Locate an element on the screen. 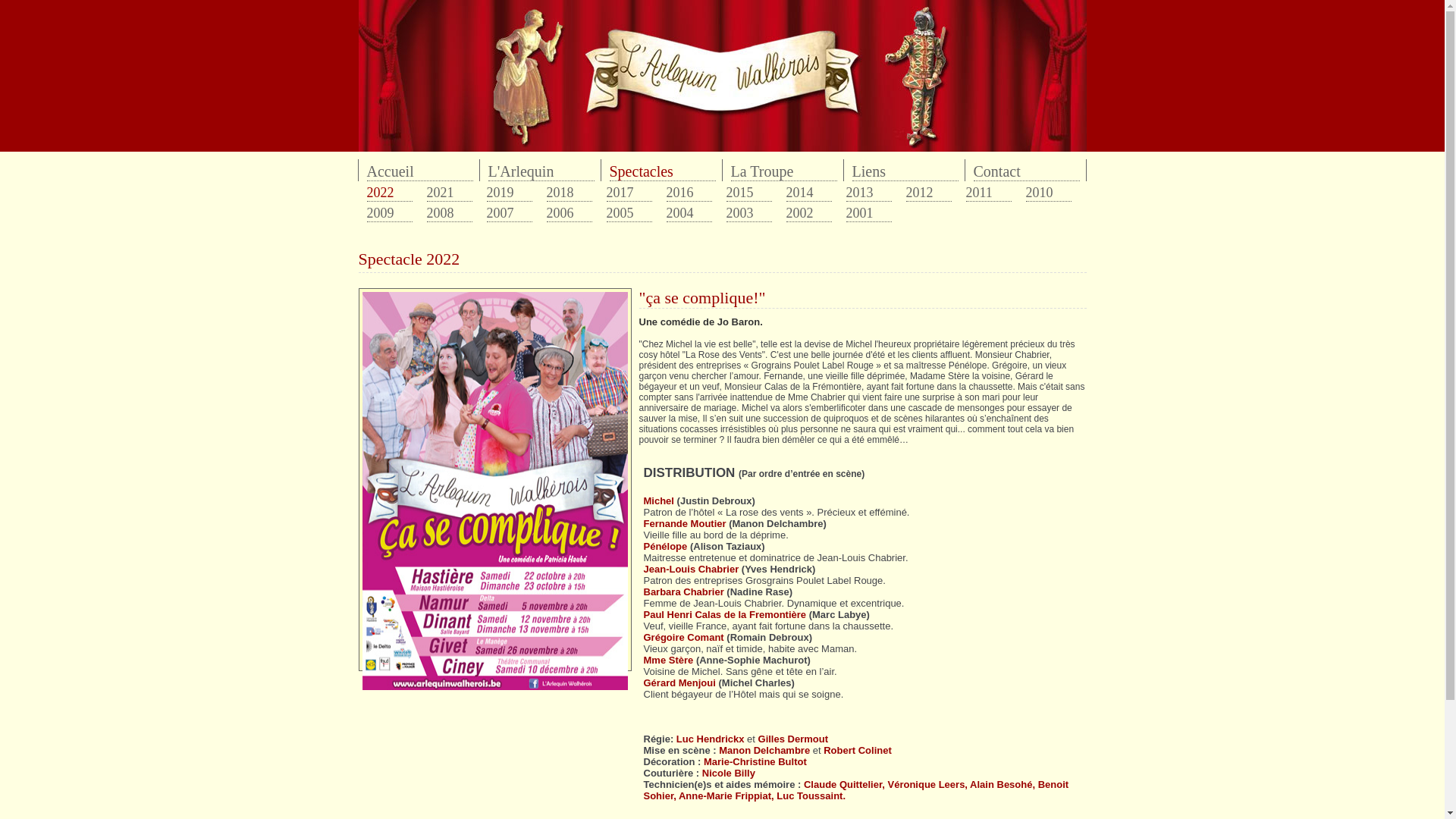 The height and width of the screenshot is (819, 1456). '2004' is located at coordinates (666, 213).